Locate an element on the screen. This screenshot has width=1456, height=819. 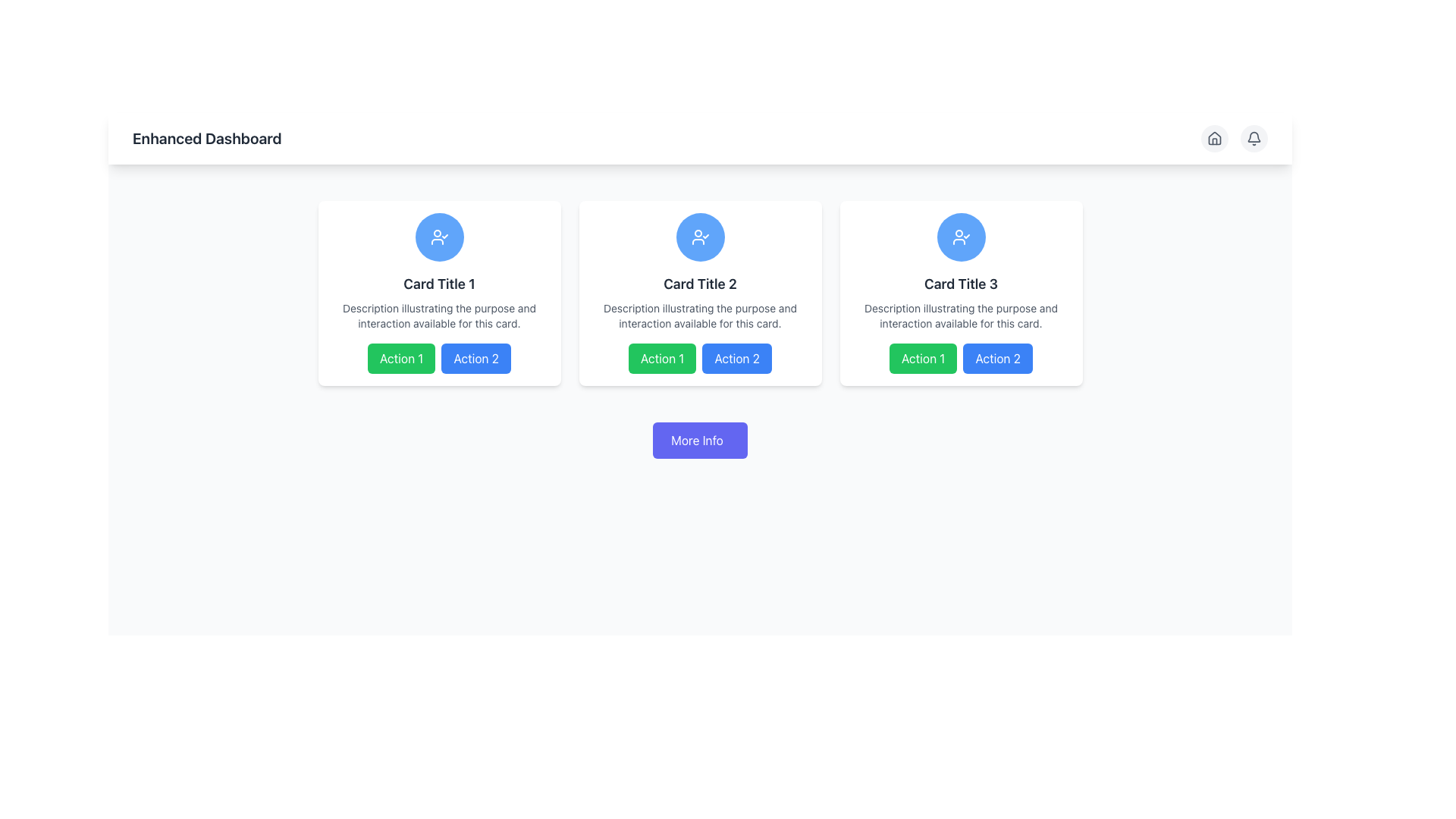
the bell icon button in the top-right corner is located at coordinates (1254, 138).